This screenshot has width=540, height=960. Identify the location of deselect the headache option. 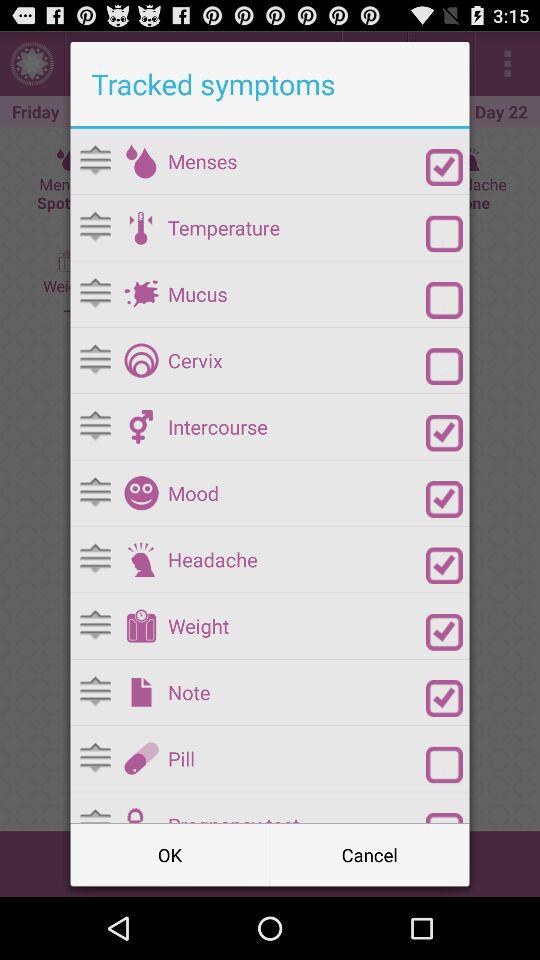
(444, 565).